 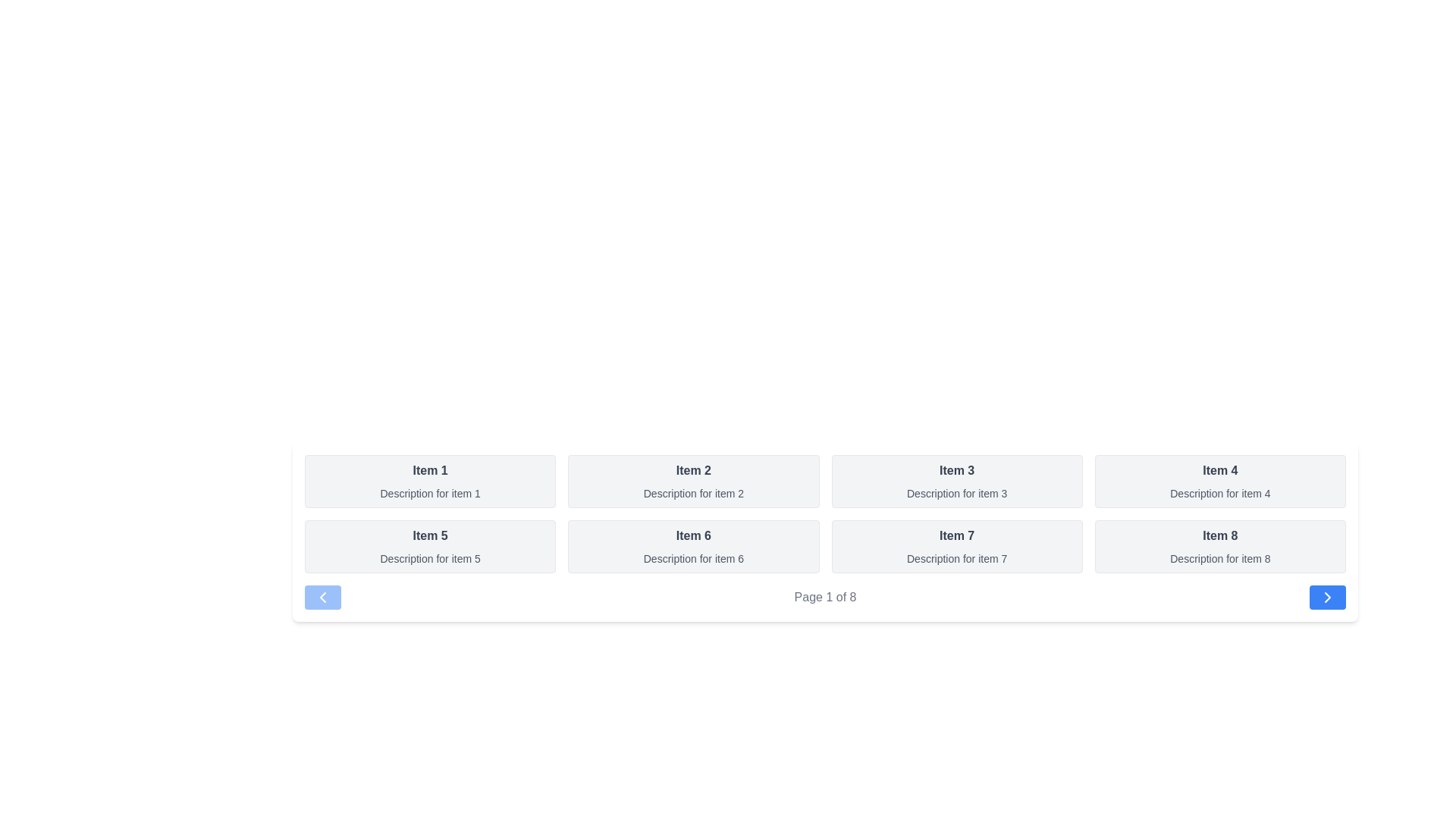 I want to click on the text label 'Item 3', so click(x=956, y=470).